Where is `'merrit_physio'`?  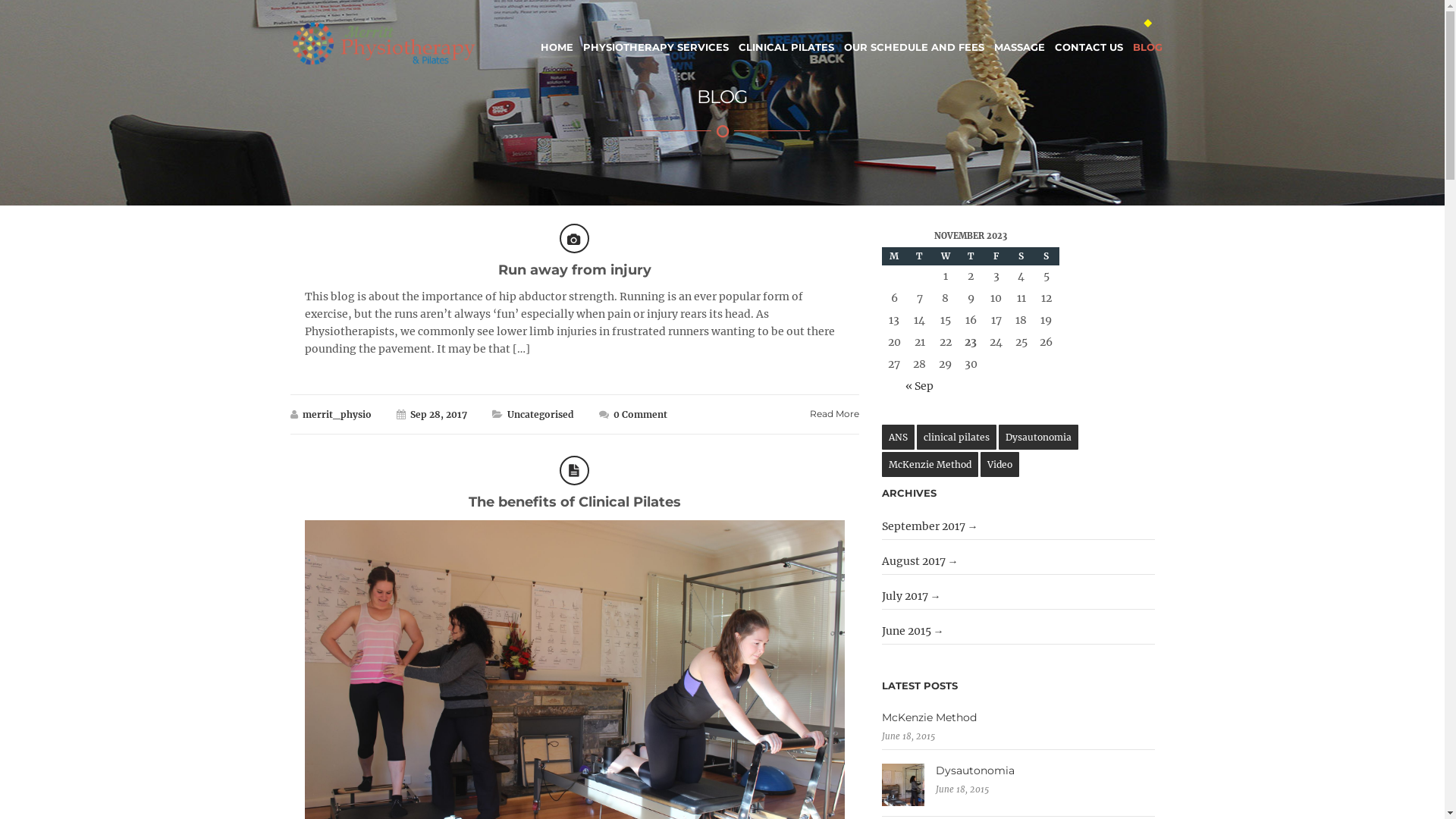 'merrit_physio' is located at coordinates (335, 414).